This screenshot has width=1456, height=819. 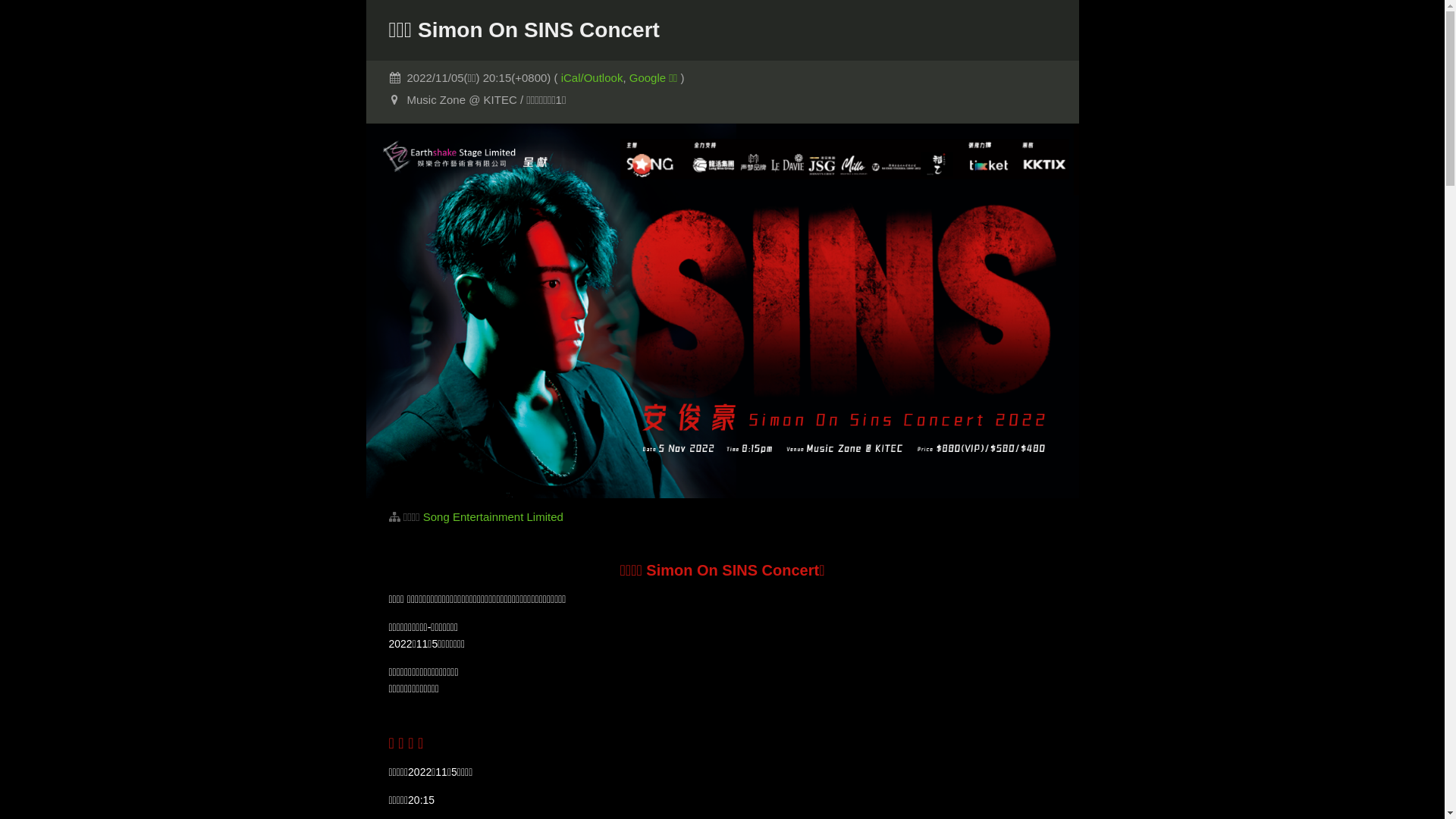 I want to click on 'iCal/Outlook', so click(x=591, y=77).